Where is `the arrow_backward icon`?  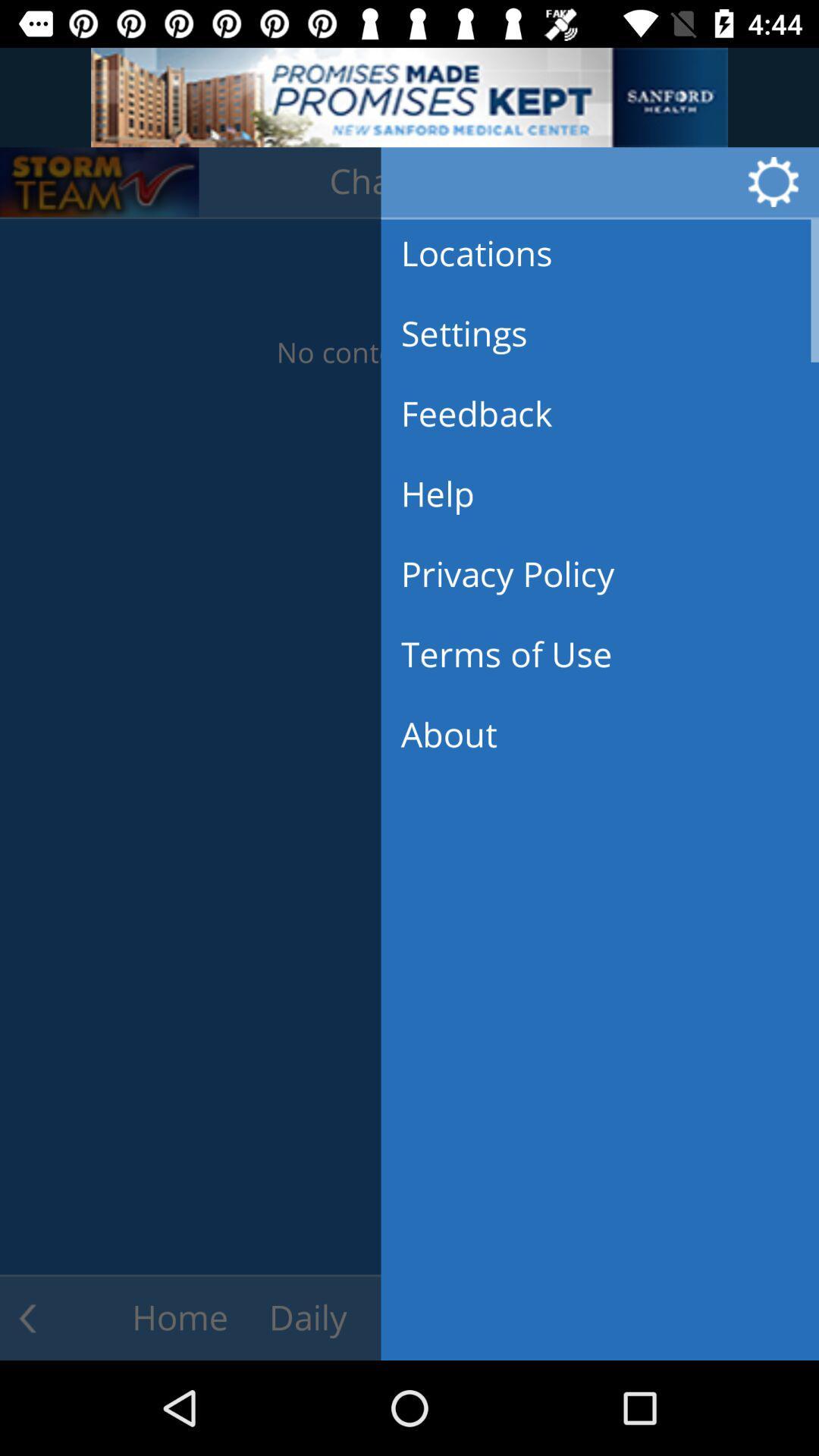 the arrow_backward icon is located at coordinates (27, 1317).